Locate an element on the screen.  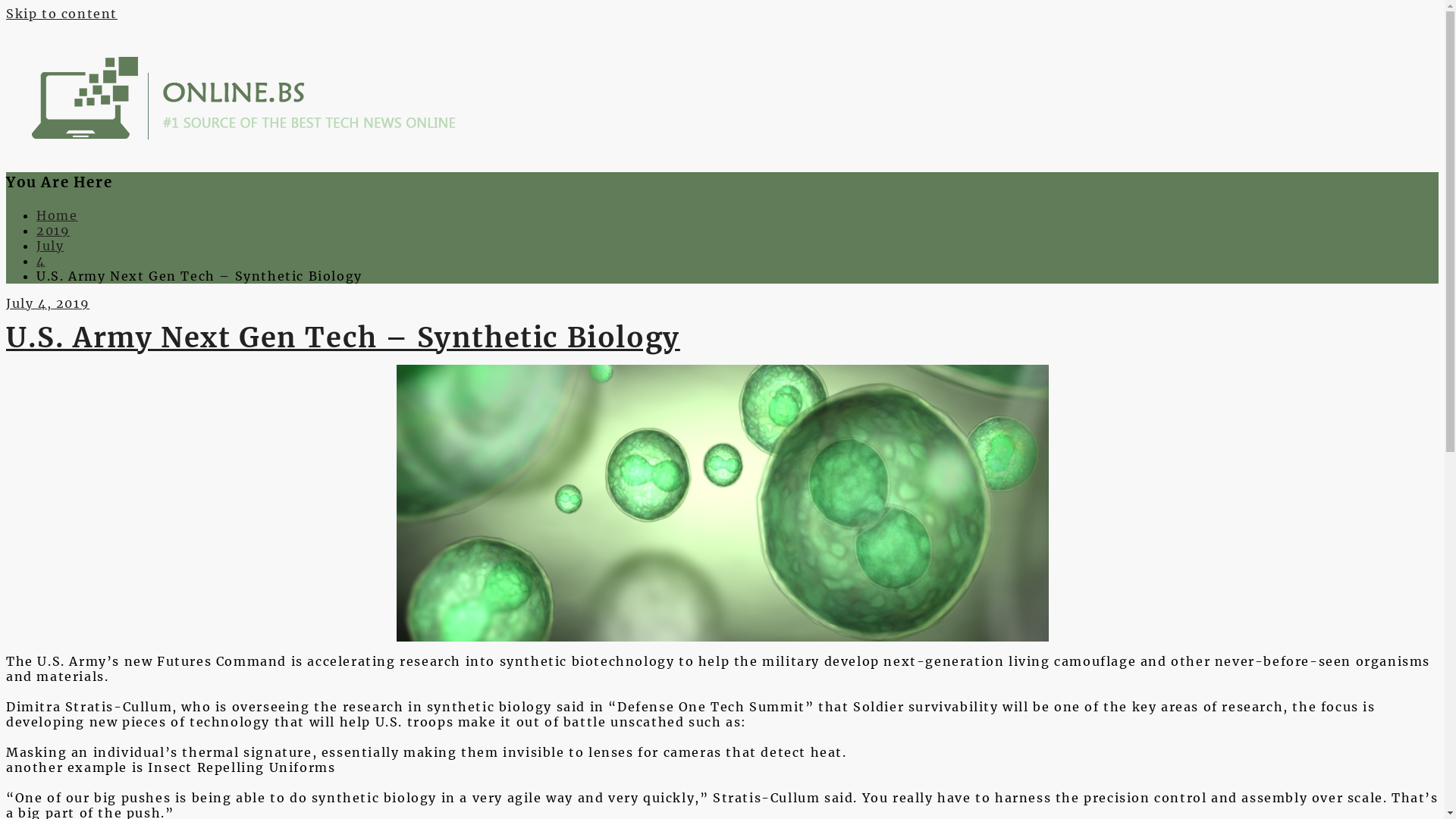
'July' is located at coordinates (50, 245).